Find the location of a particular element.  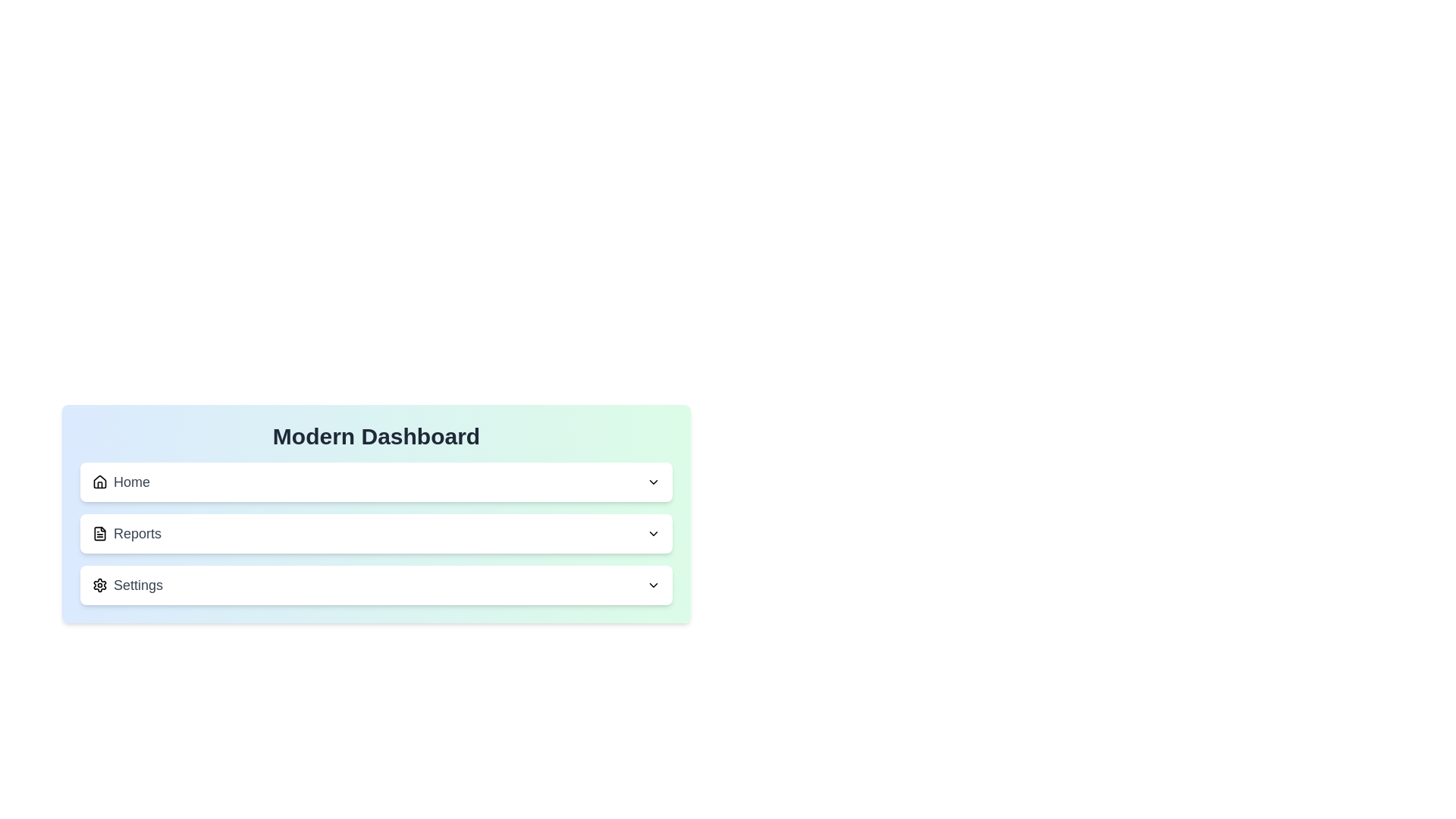

the compact SVG icon representing a file with text lines, located to the left of the 'Reports' label is located at coordinates (99, 533).